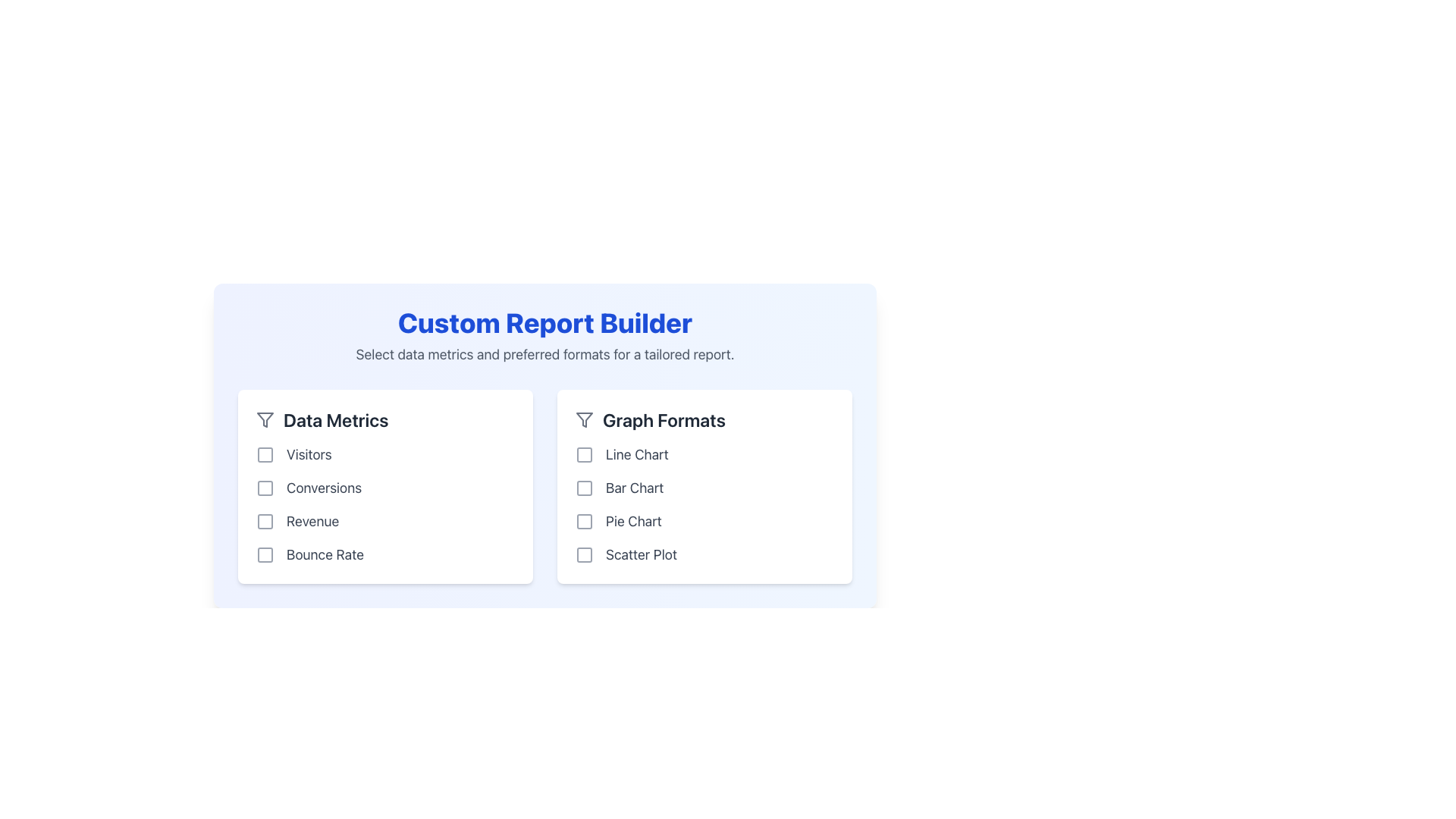 This screenshot has width=1456, height=819. Describe the element at coordinates (584, 555) in the screenshot. I see `the graphical checkbox component for the 'Scatter Plot' option located in the 'Graph Formats' section of the custom report builder interface` at that location.